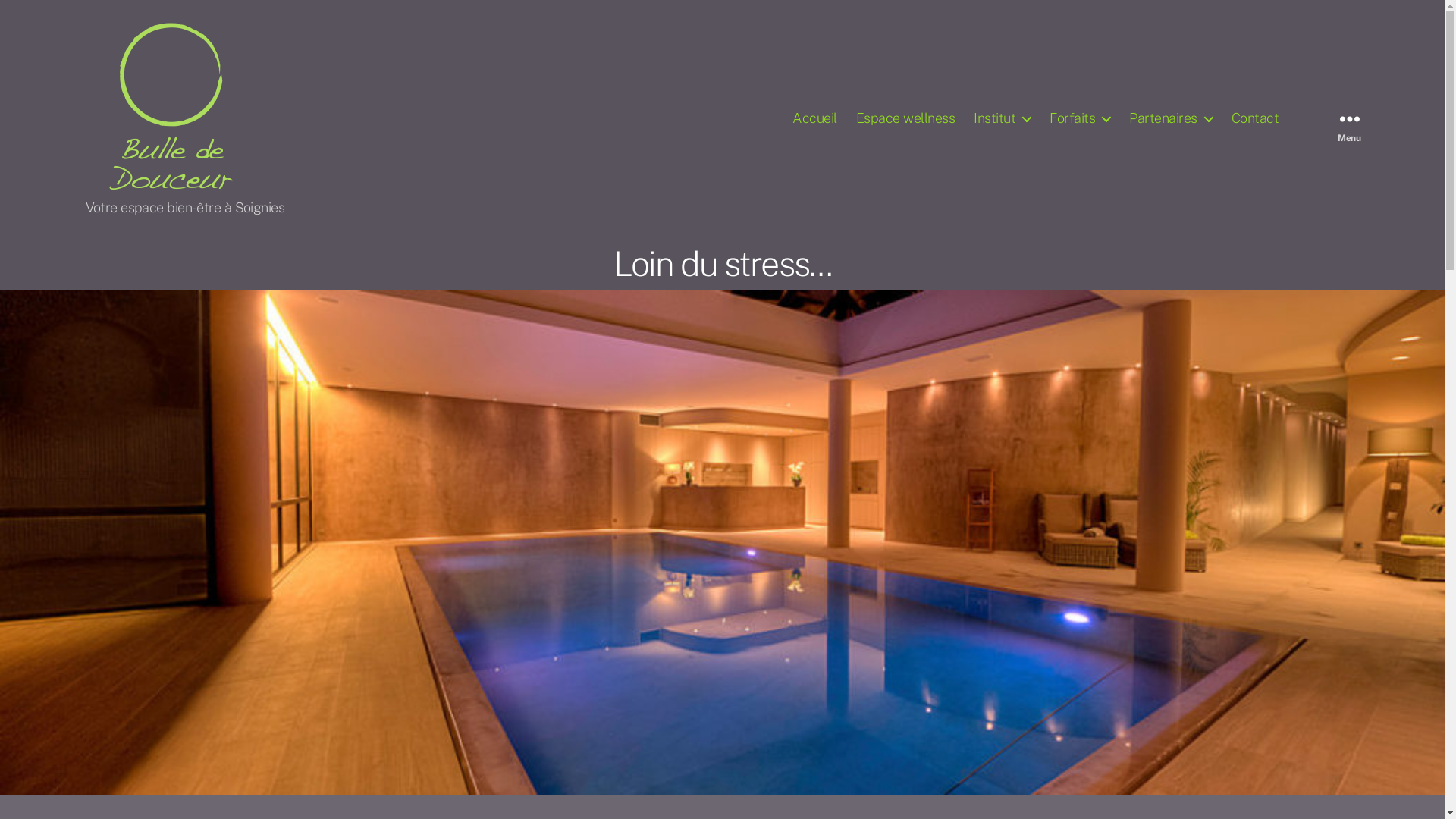 The height and width of the screenshot is (819, 1456). What do you see at coordinates (1079, 117) in the screenshot?
I see `'Forfaits'` at bounding box center [1079, 117].